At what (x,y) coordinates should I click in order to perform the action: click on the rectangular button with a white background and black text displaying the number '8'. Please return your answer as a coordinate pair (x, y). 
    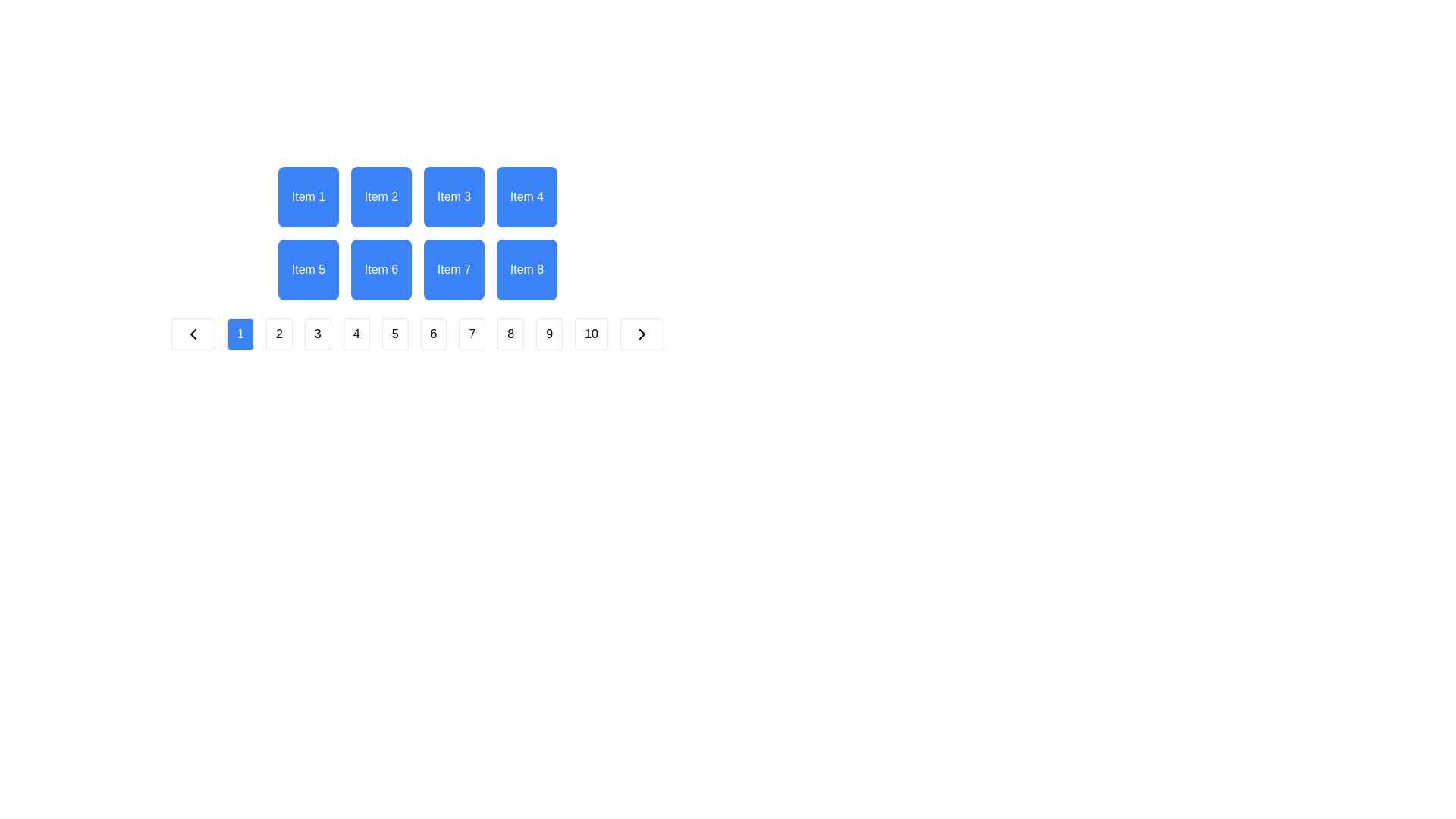
    Looking at the image, I should click on (510, 333).